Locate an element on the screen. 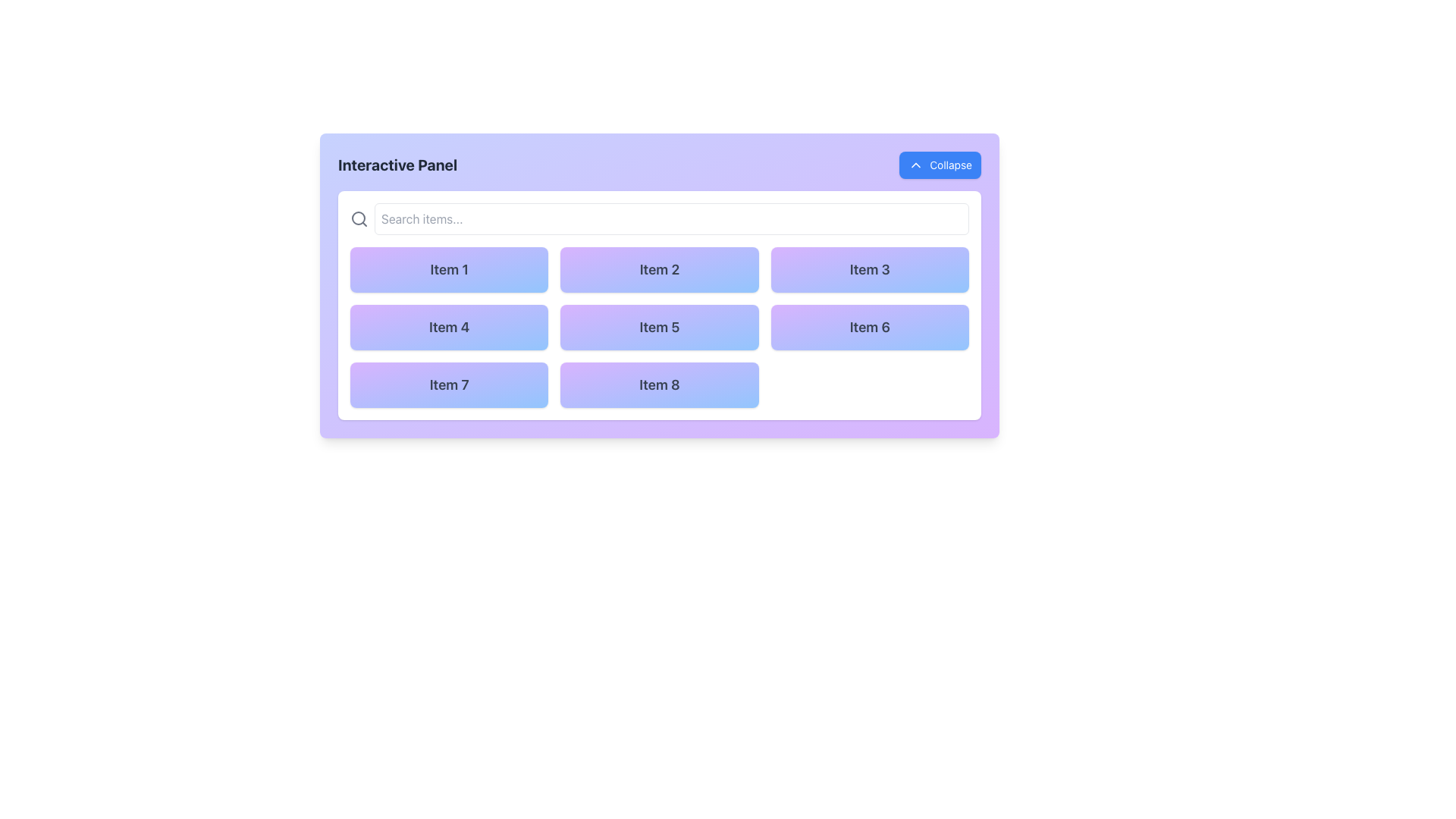  the card or list item component displaying information about 'Item 8', located at the bottom-right corner of the grid layout is located at coordinates (659, 384).